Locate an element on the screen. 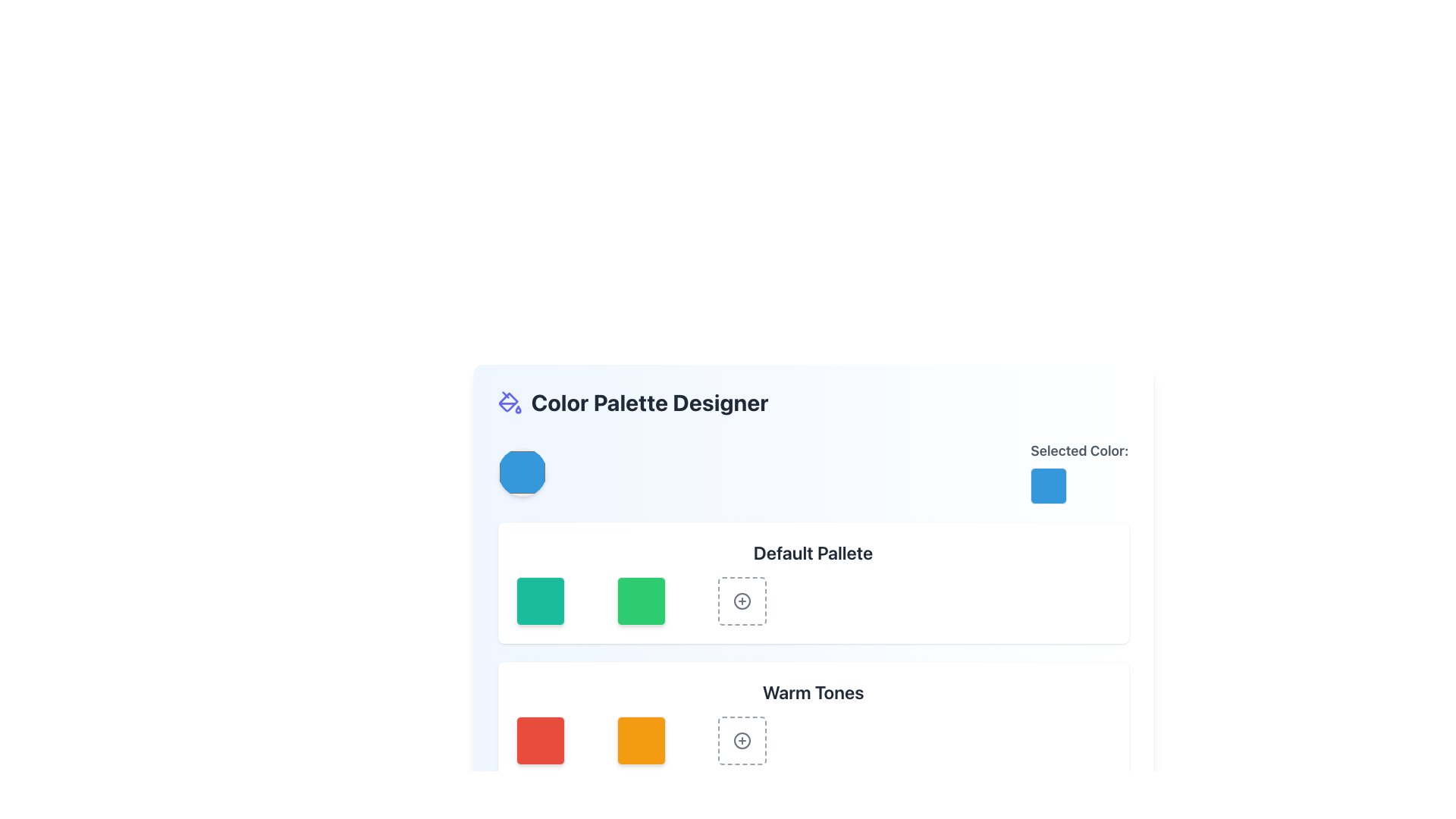  the text label displaying 'Selected Color:' which is styled in bold gray font and positioned above a colored square in the top-right section of the interface is located at coordinates (1078, 450).